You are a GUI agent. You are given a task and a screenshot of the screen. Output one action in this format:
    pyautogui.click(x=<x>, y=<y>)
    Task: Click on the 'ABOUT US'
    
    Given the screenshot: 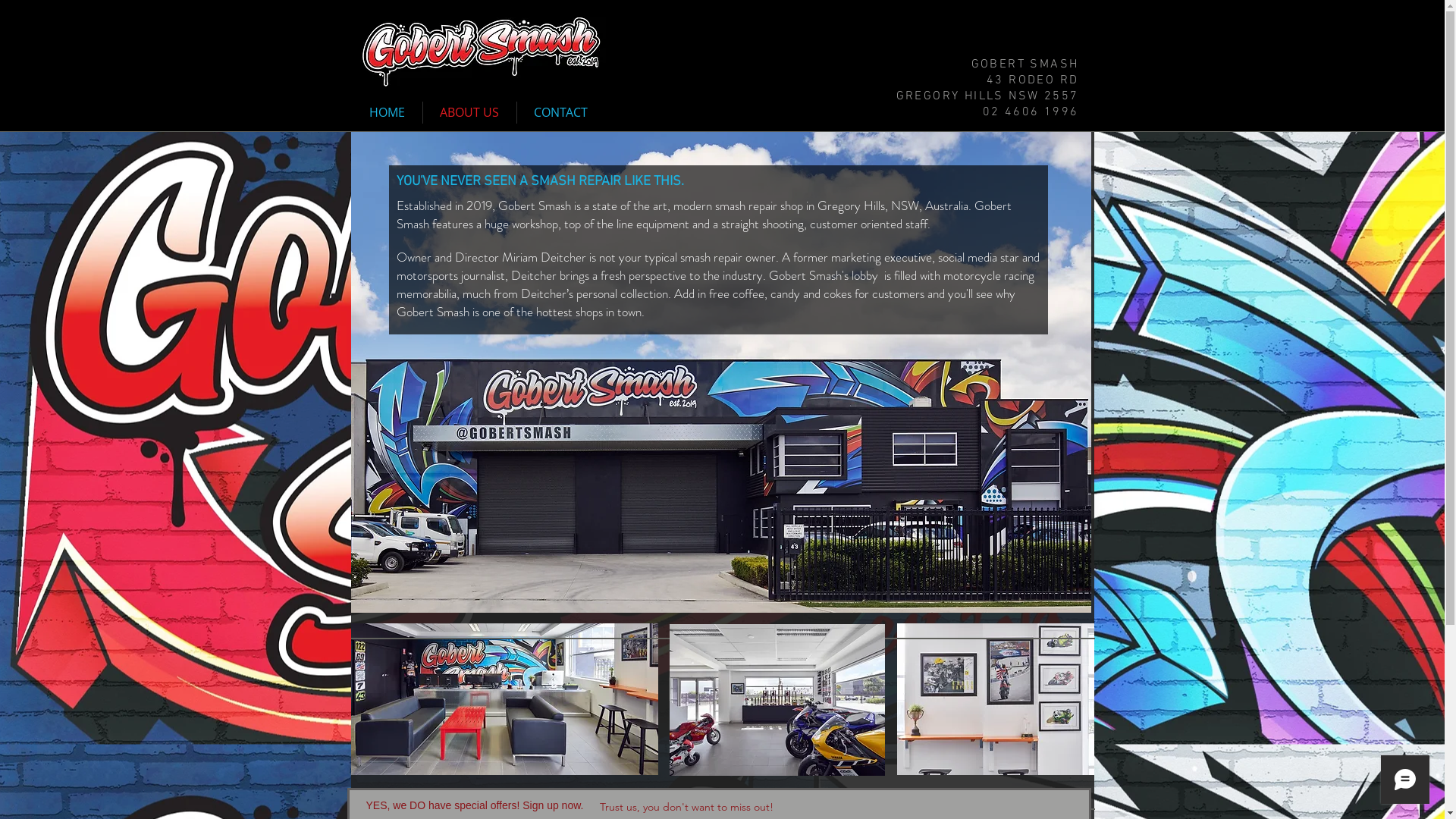 What is the action you would take?
    pyautogui.click(x=422, y=111)
    